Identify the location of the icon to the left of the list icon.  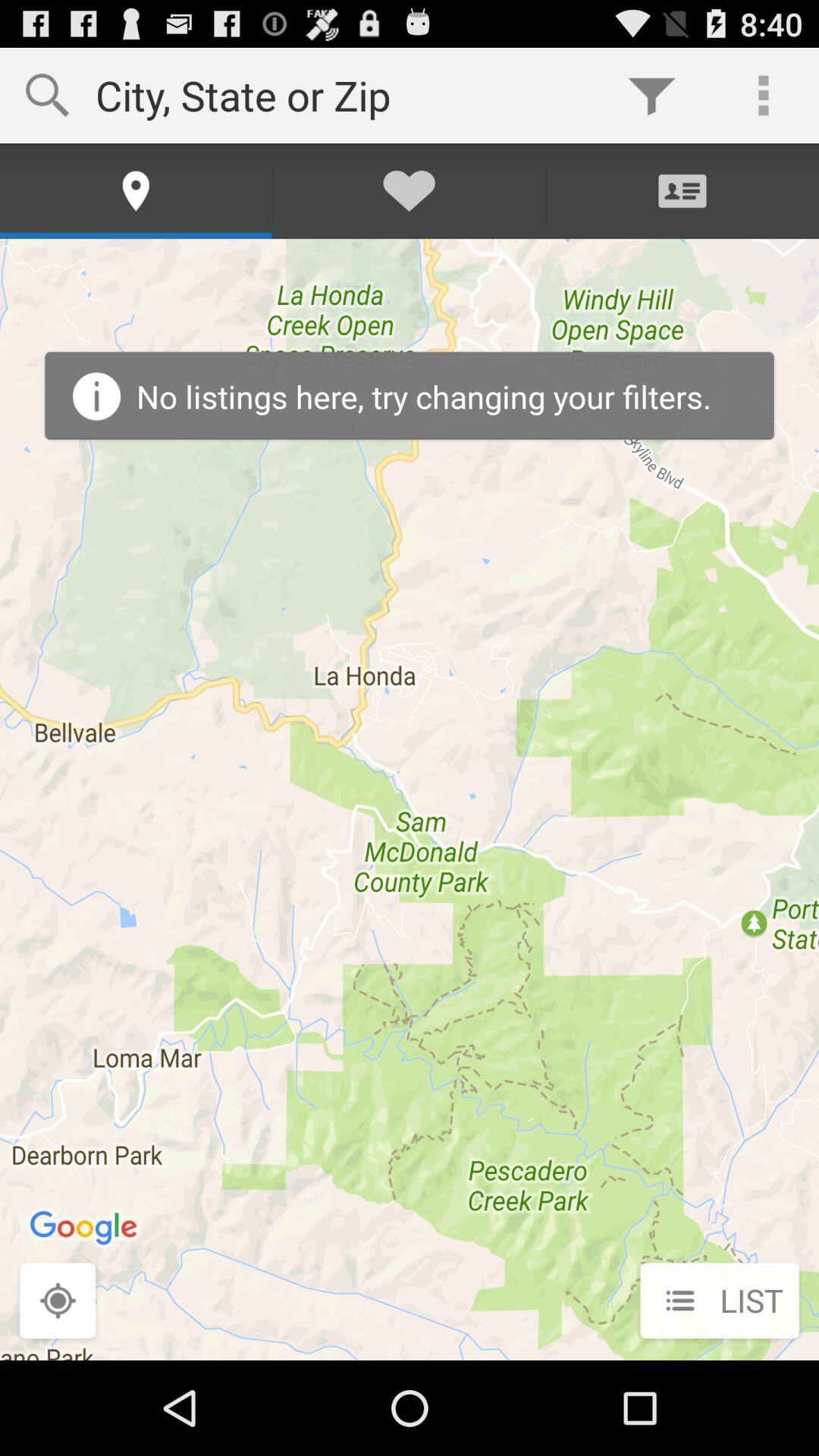
(57, 1301).